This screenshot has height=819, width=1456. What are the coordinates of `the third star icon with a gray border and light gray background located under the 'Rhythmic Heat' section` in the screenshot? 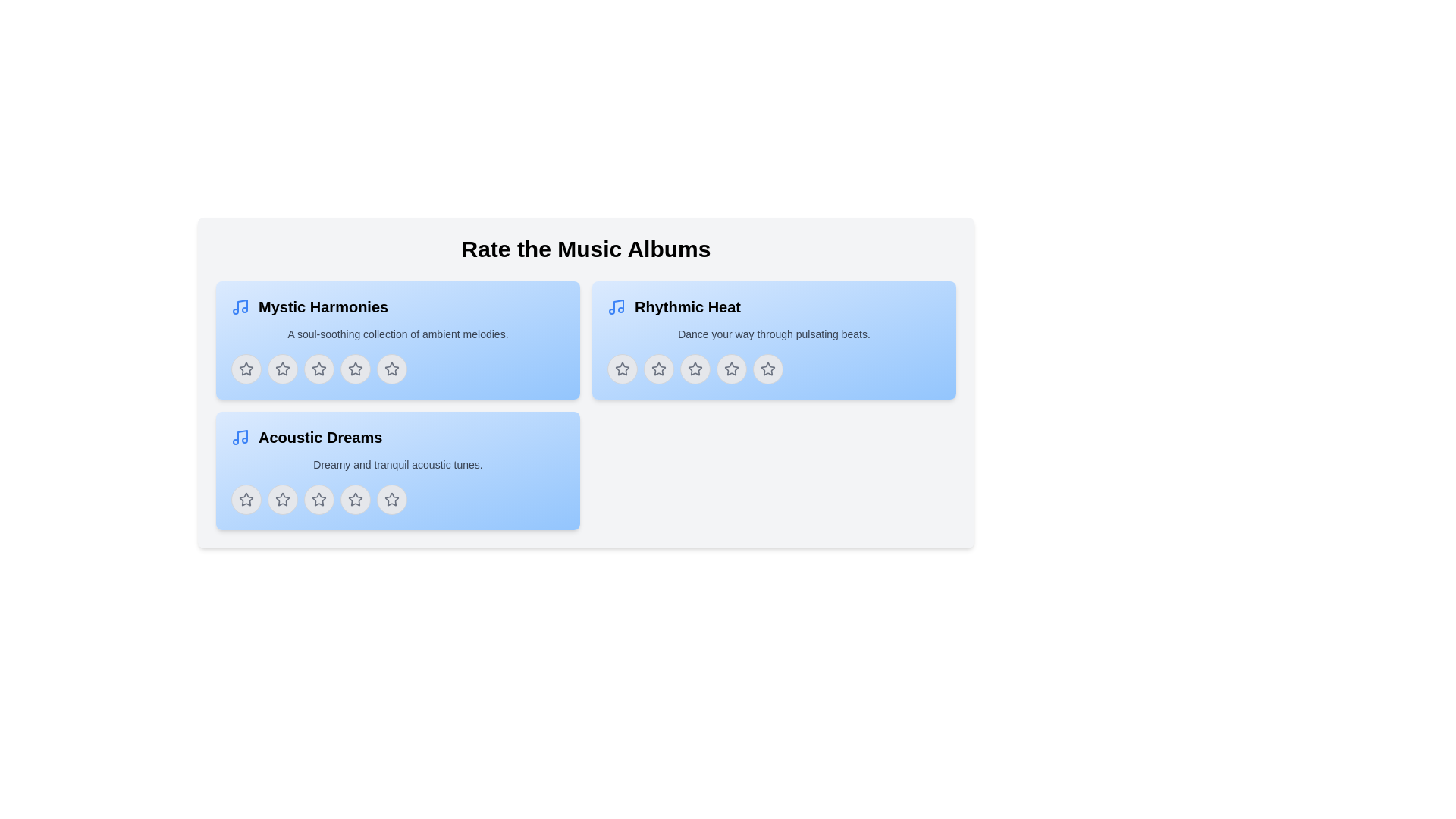 It's located at (694, 369).